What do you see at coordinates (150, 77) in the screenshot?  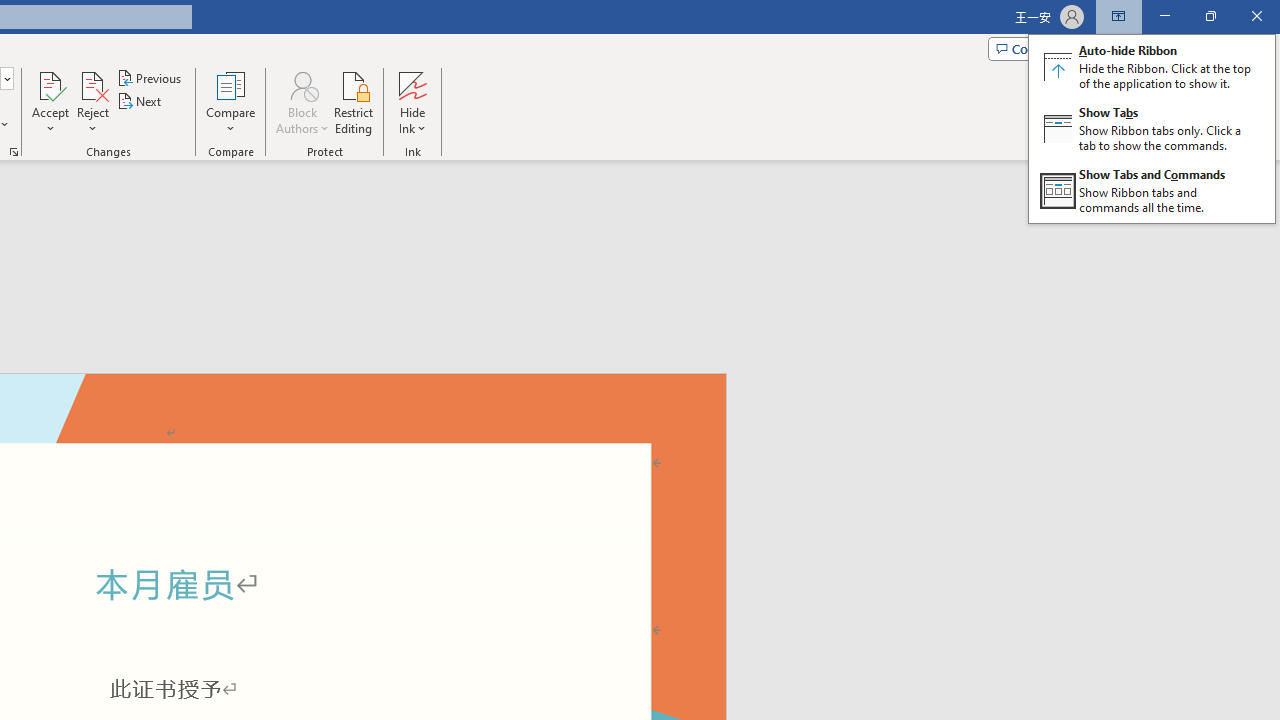 I see `'Previous'` at bounding box center [150, 77].